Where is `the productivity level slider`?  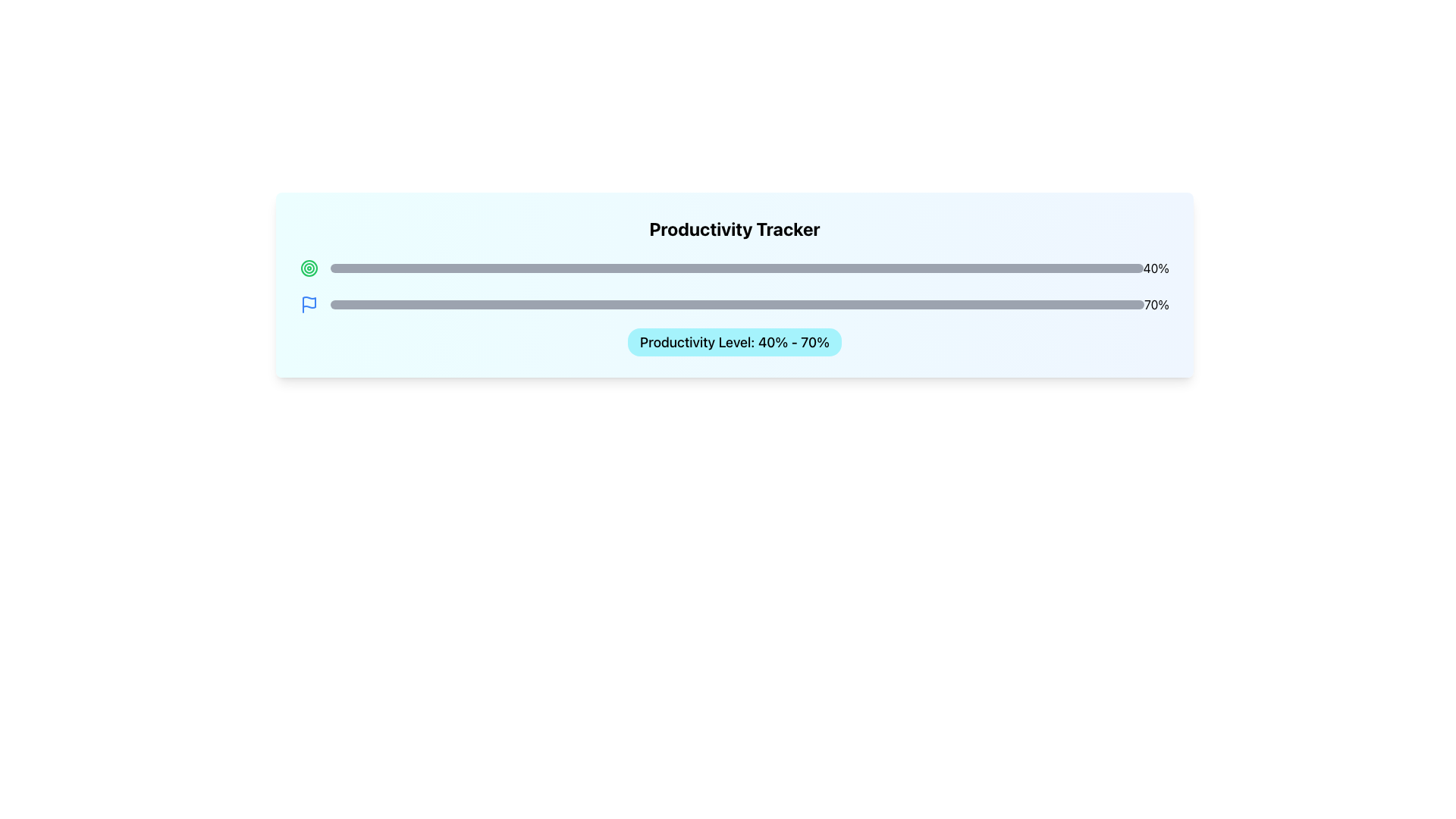
the productivity level slider is located at coordinates (687, 268).